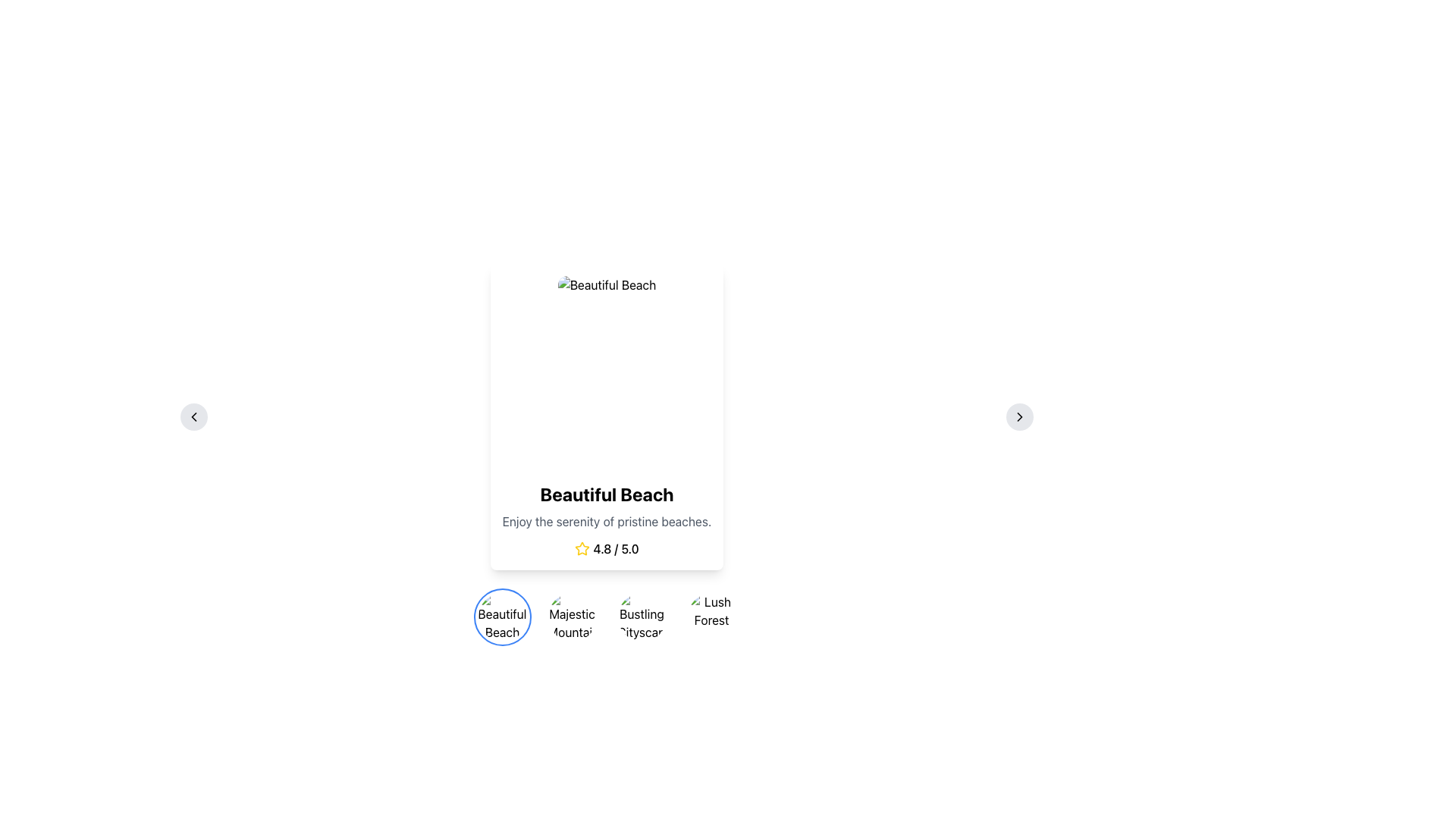 The height and width of the screenshot is (819, 1456). Describe the element at coordinates (607, 373) in the screenshot. I see `the beach image element, which is located above the text 'Beautiful Beach' and 'Enjoy the serenity of pristine beaches.'` at that location.